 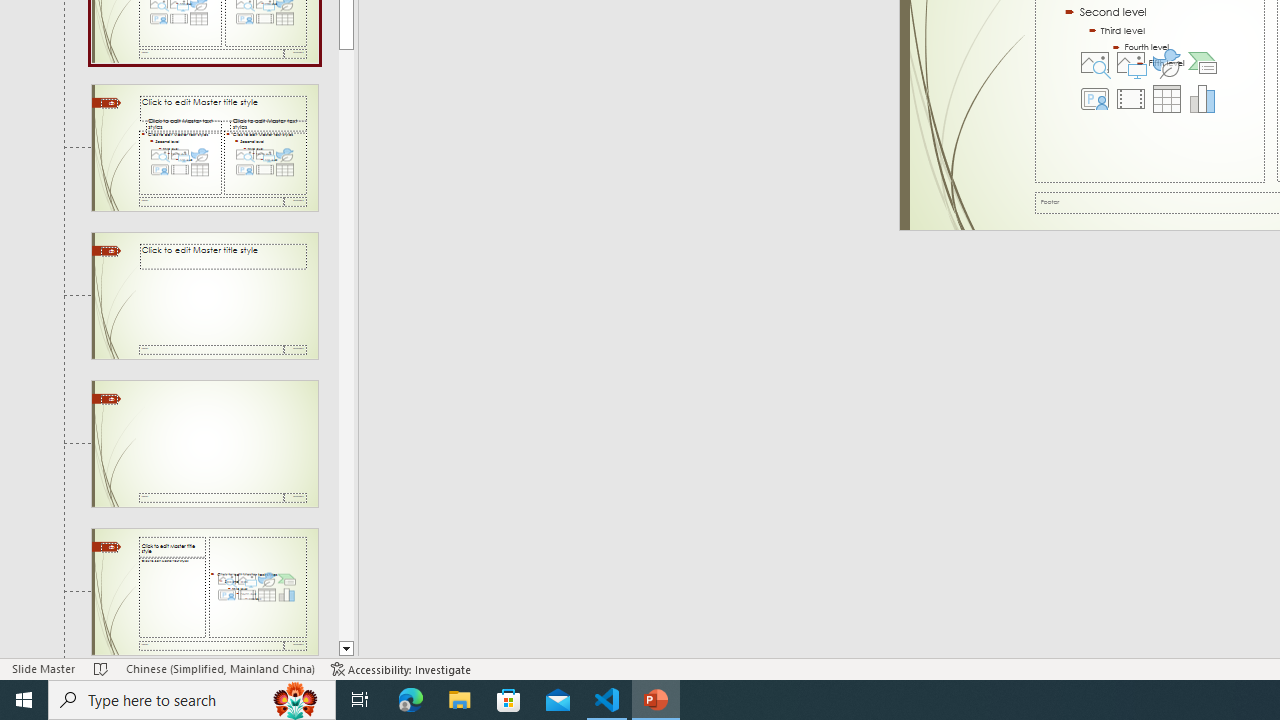 I want to click on 'Slide Two Content Layout: used by no slides', so click(x=204, y=146).